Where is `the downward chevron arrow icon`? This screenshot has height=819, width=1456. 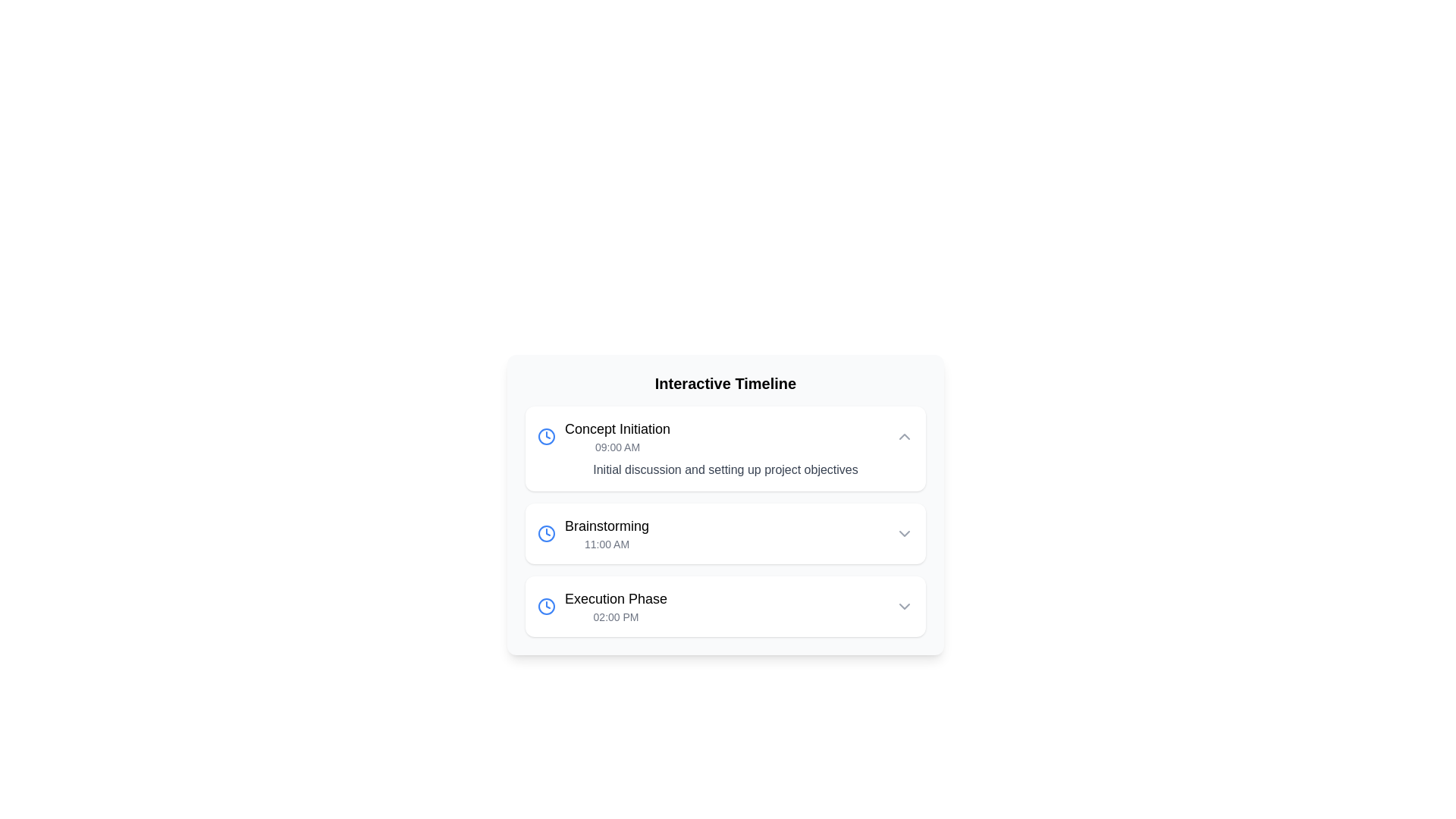 the downward chevron arrow icon is located at coordinates (905, 605).